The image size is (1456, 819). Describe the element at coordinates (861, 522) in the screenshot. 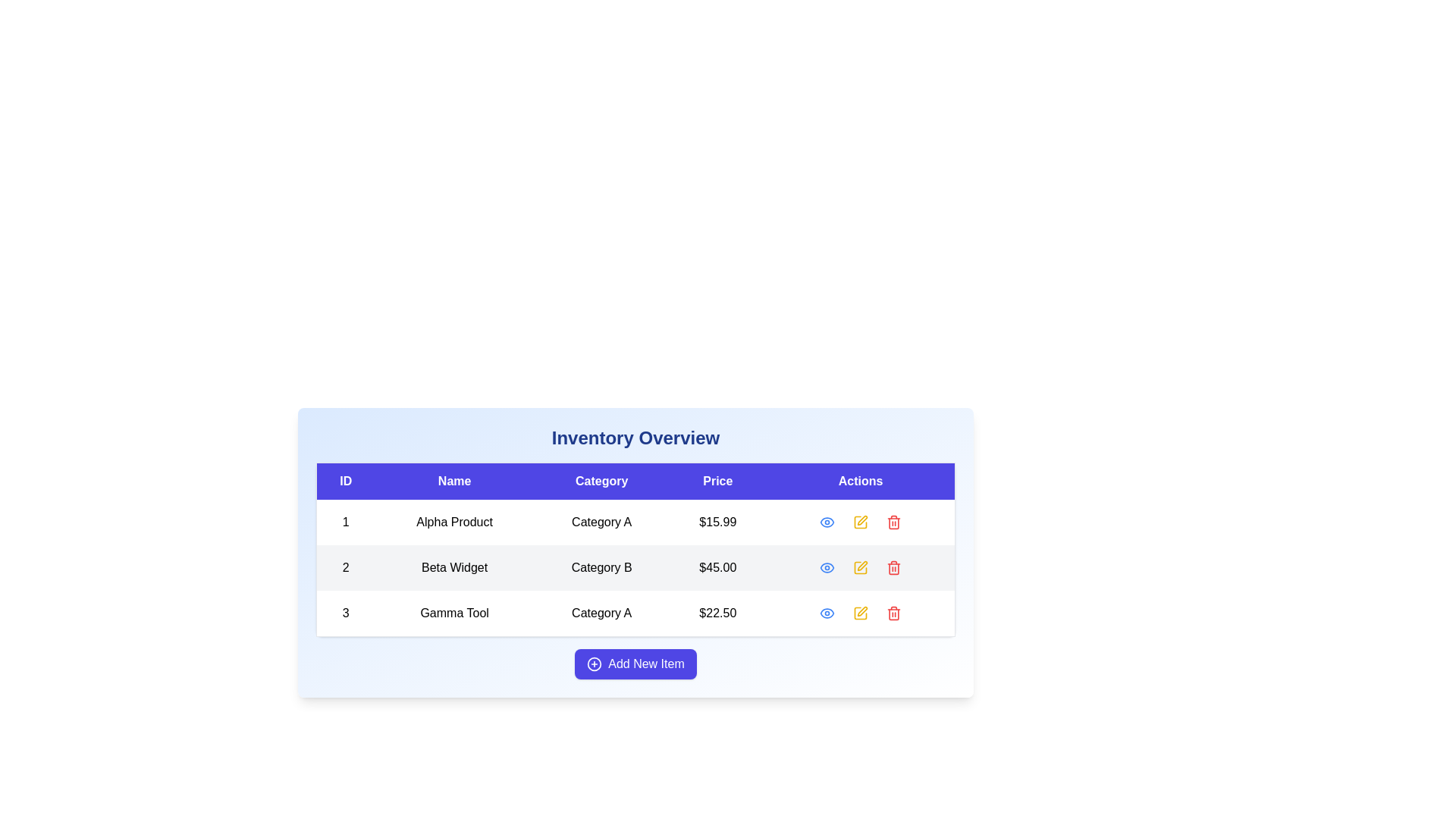

I see `the action buttons in the last column of the first row of the table for 'Alpha Product' in 'Category A'` at that location.